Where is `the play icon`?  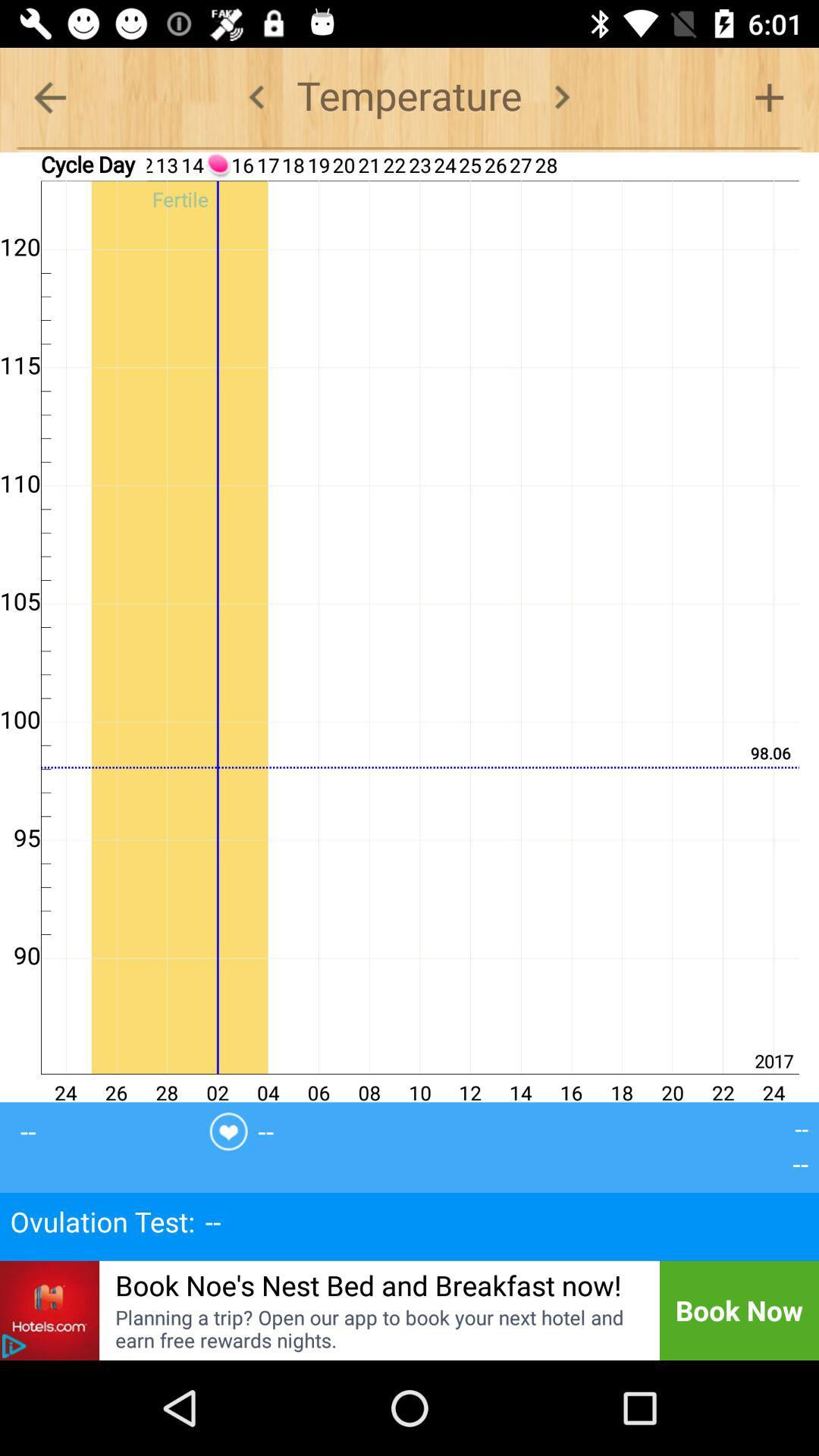
the play icon is located at coordinates (14, 1346).